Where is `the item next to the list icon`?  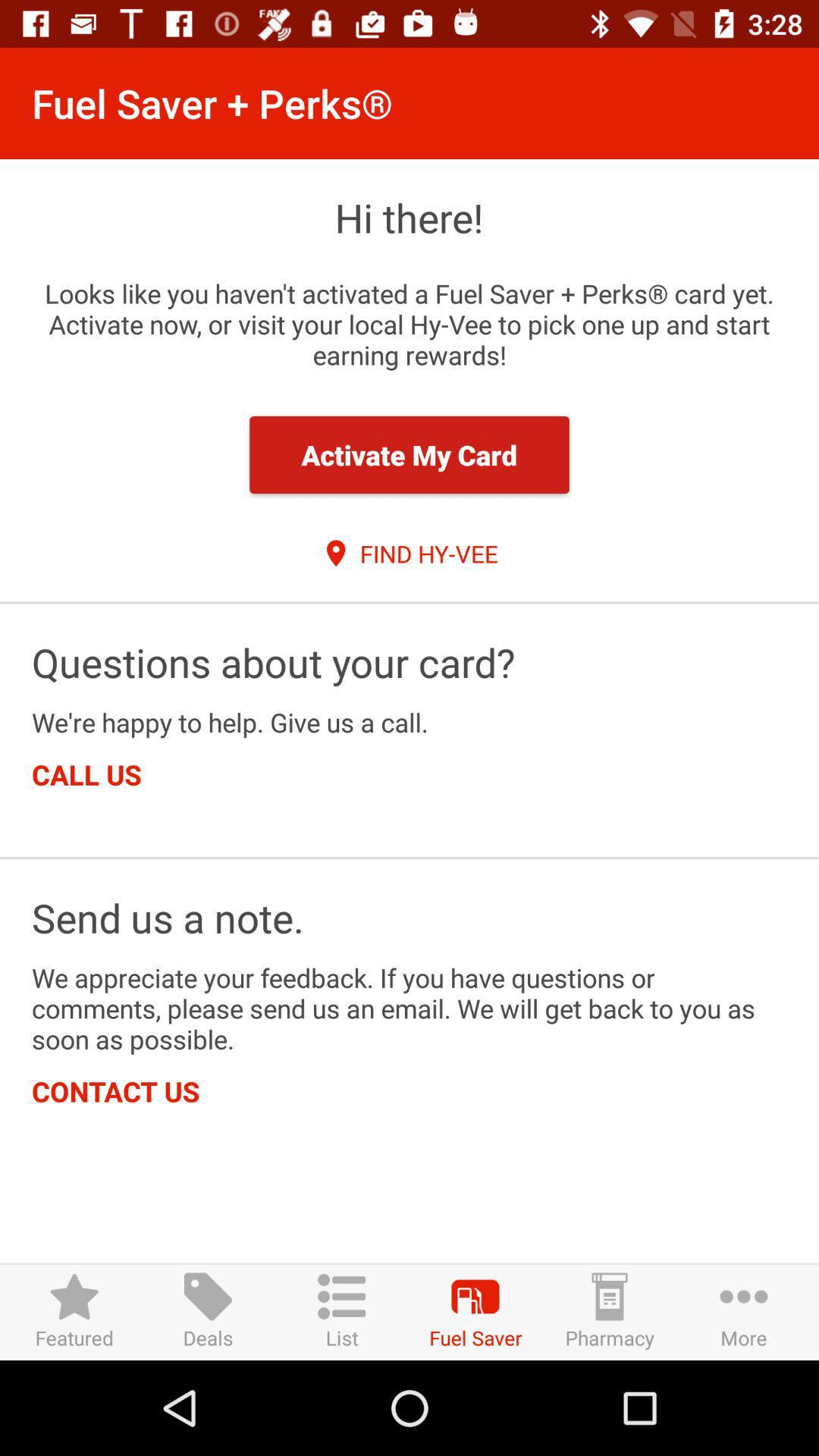
the item next to the list icon is located at coordinates (208, 1311).